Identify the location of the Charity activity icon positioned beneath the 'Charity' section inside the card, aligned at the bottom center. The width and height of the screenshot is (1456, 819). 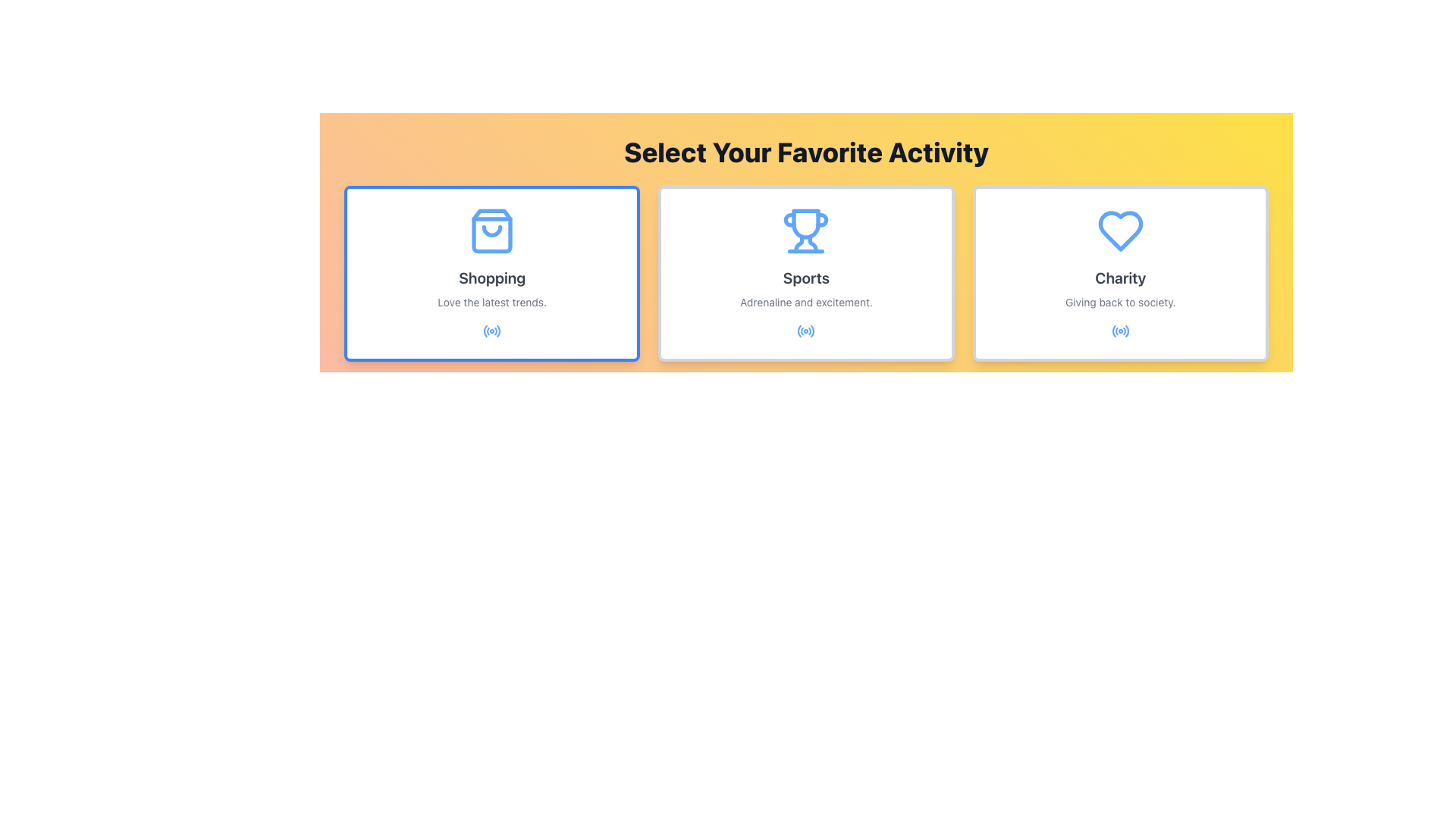
(1120, 330).